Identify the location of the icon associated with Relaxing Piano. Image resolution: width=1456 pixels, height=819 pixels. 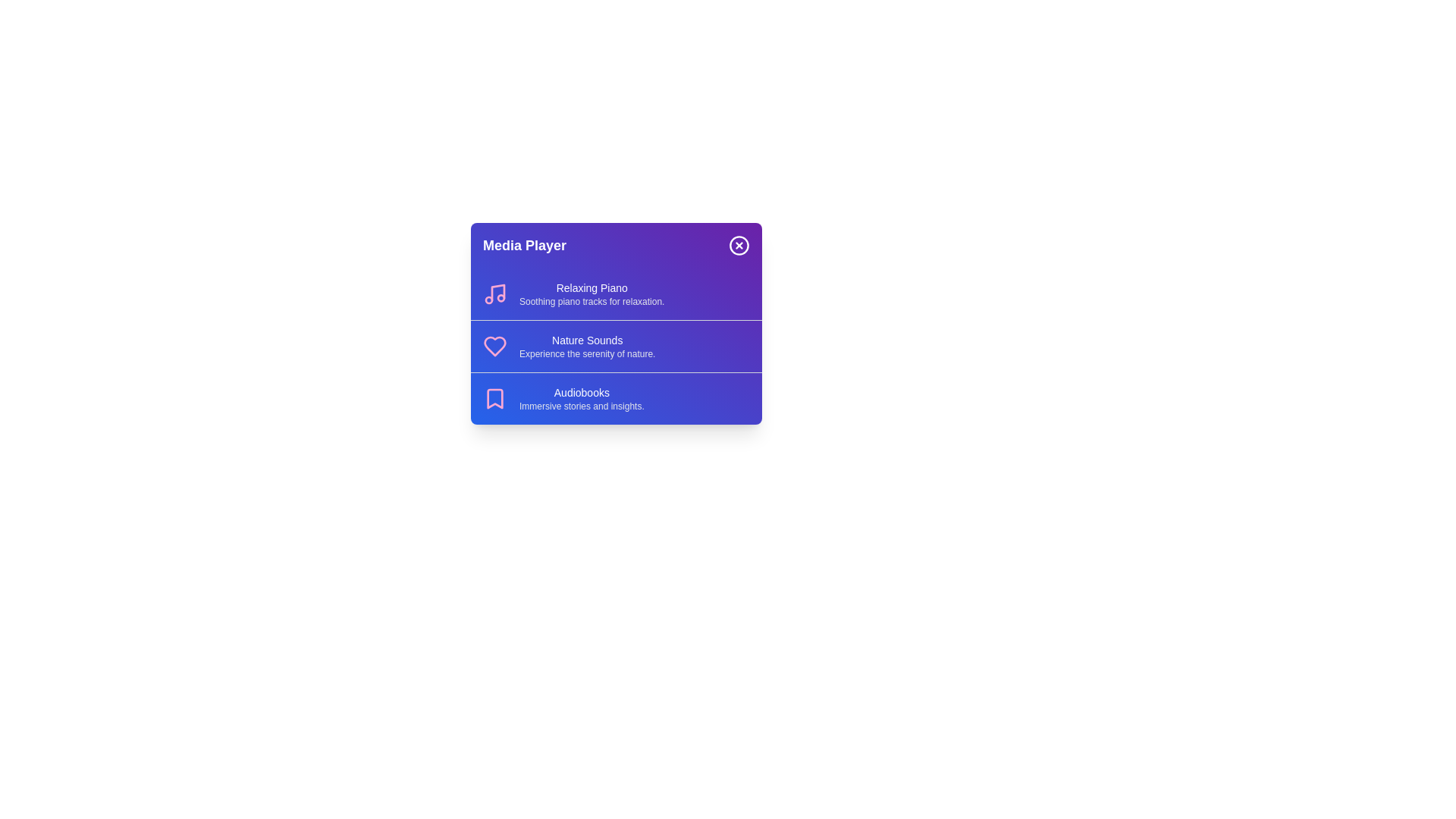
(494, 294).